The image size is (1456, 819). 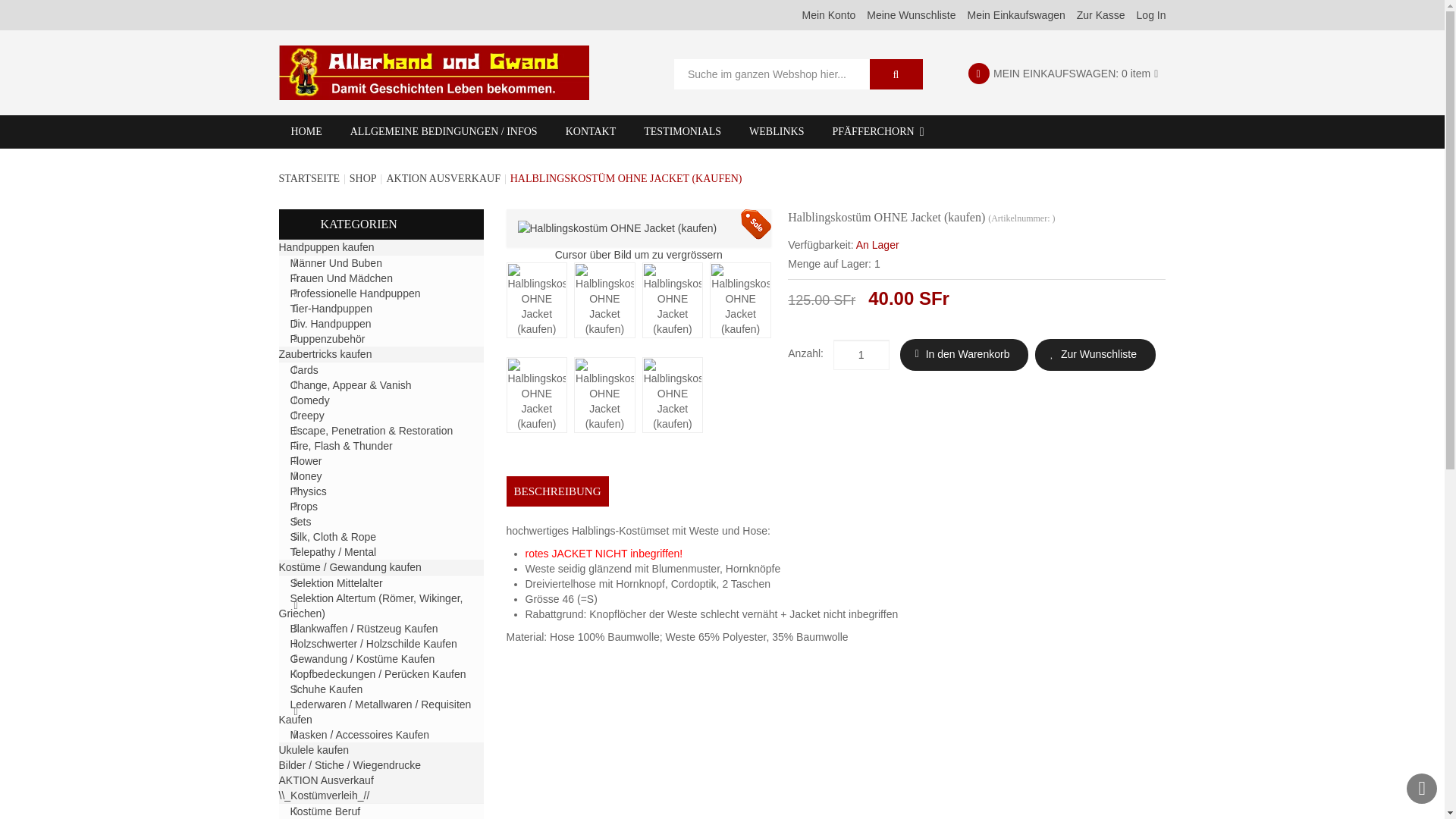 What do you see at coordinates (349, 765) in the screenshot?
I see `'Bilder / Stiche / Wiegendrucke'` at bounding box center [349, 765].